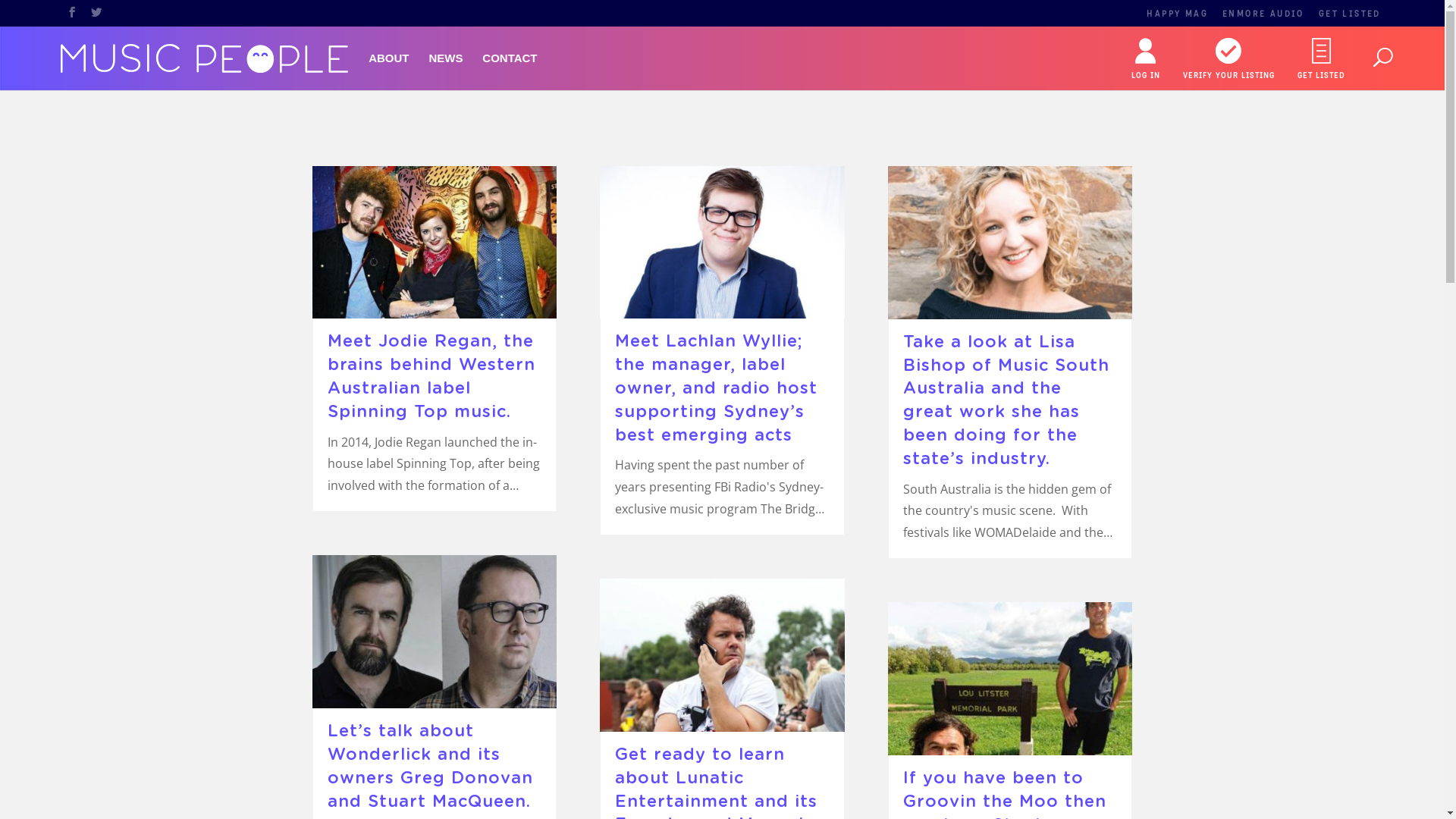 The width and height of the screenshot is (1456, 819). I want to click on 'VERIFY YOUR LISTING', so click(1182, 58).